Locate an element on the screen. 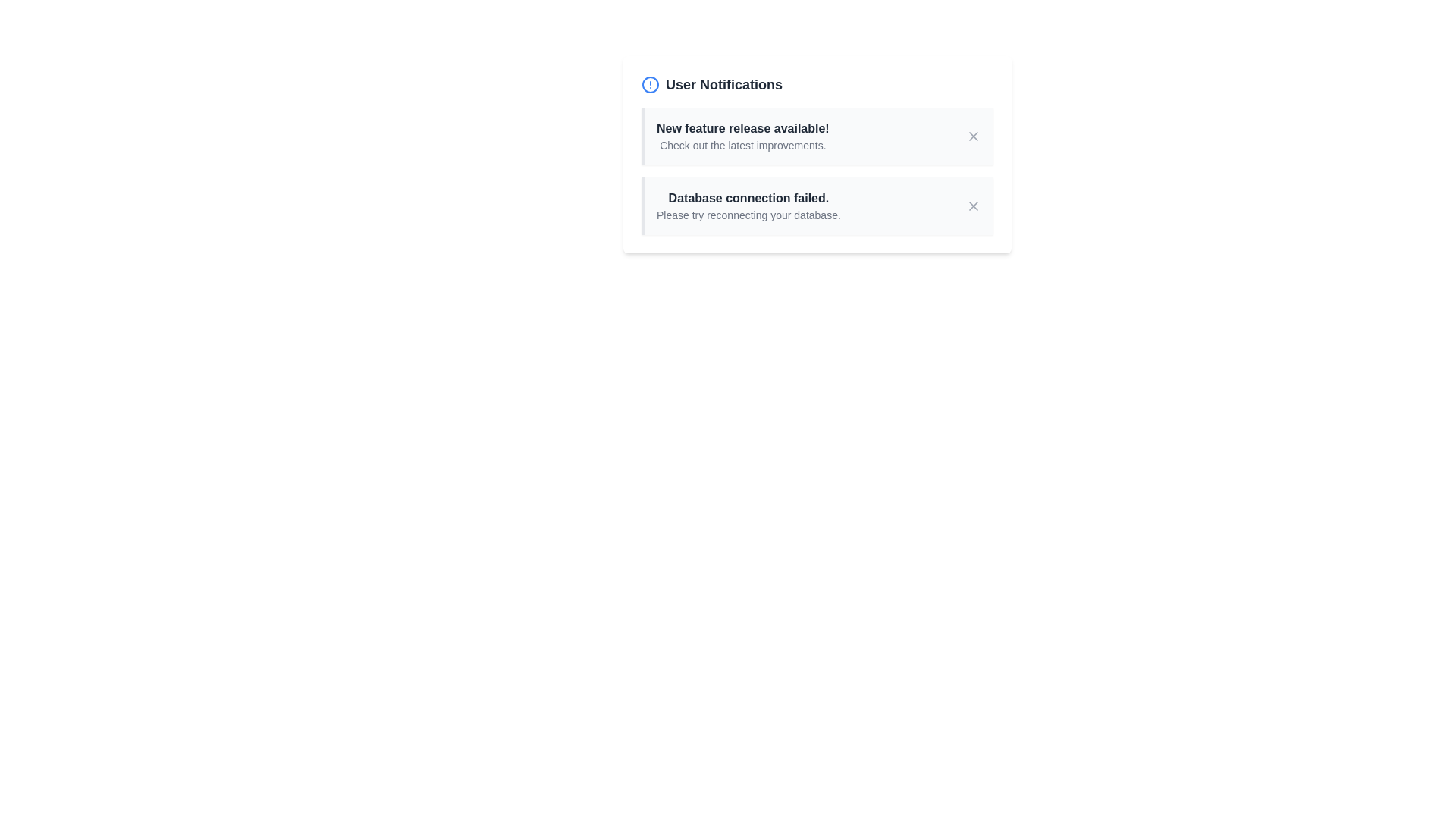  the Notification message component that displays 'Database connection failed.' in bold, dark gray font, followed by 'Please try reconnecting your database.' in smaller, lighter gray font is located at coordinates (748, 206).